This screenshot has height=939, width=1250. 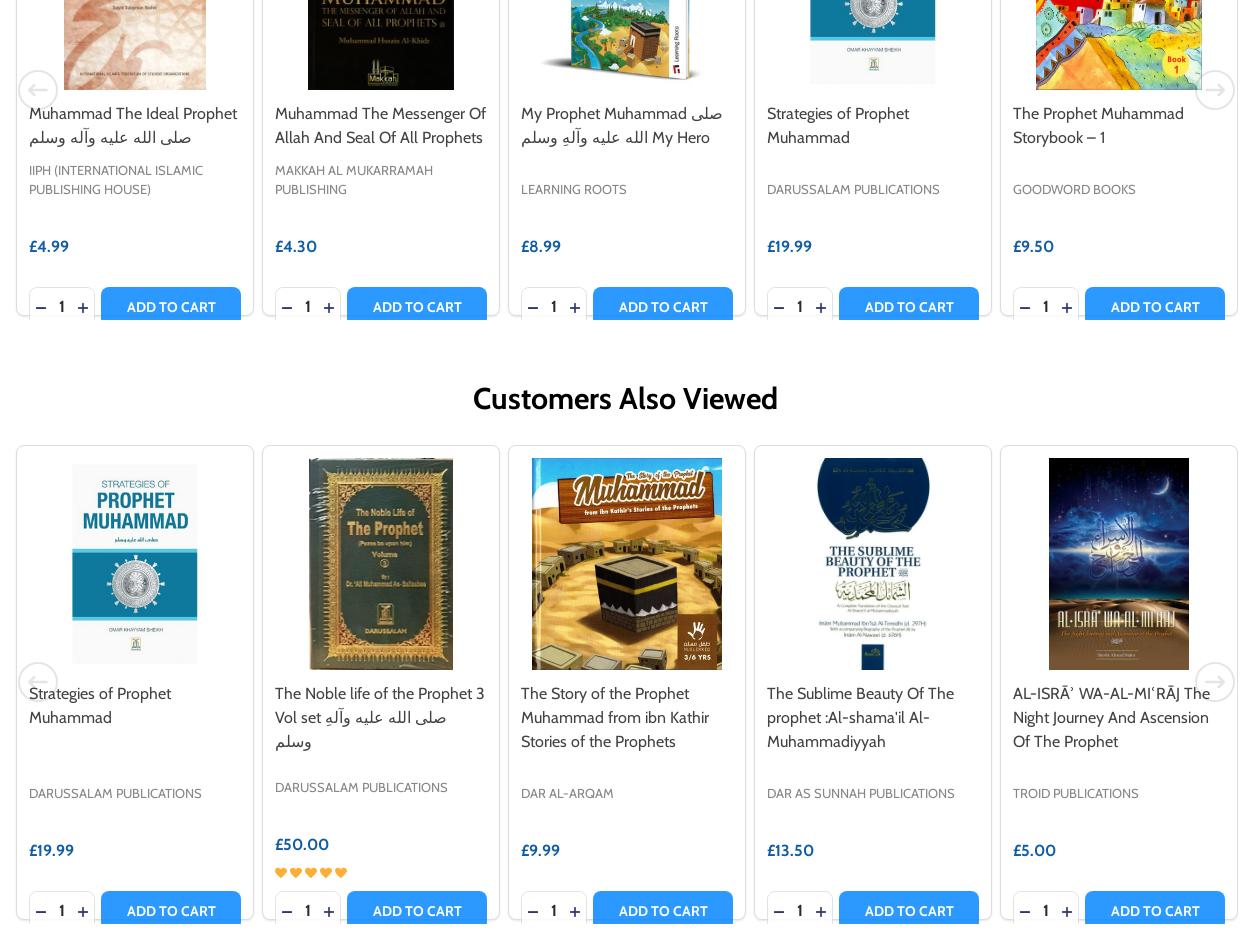 What do you see at coordinates (521, 716) in the screenshot?
I see `'The Story of the Prophet Muhammad from ibn Kathir Stories of the Prophets'` at bounding box center [521, 716].